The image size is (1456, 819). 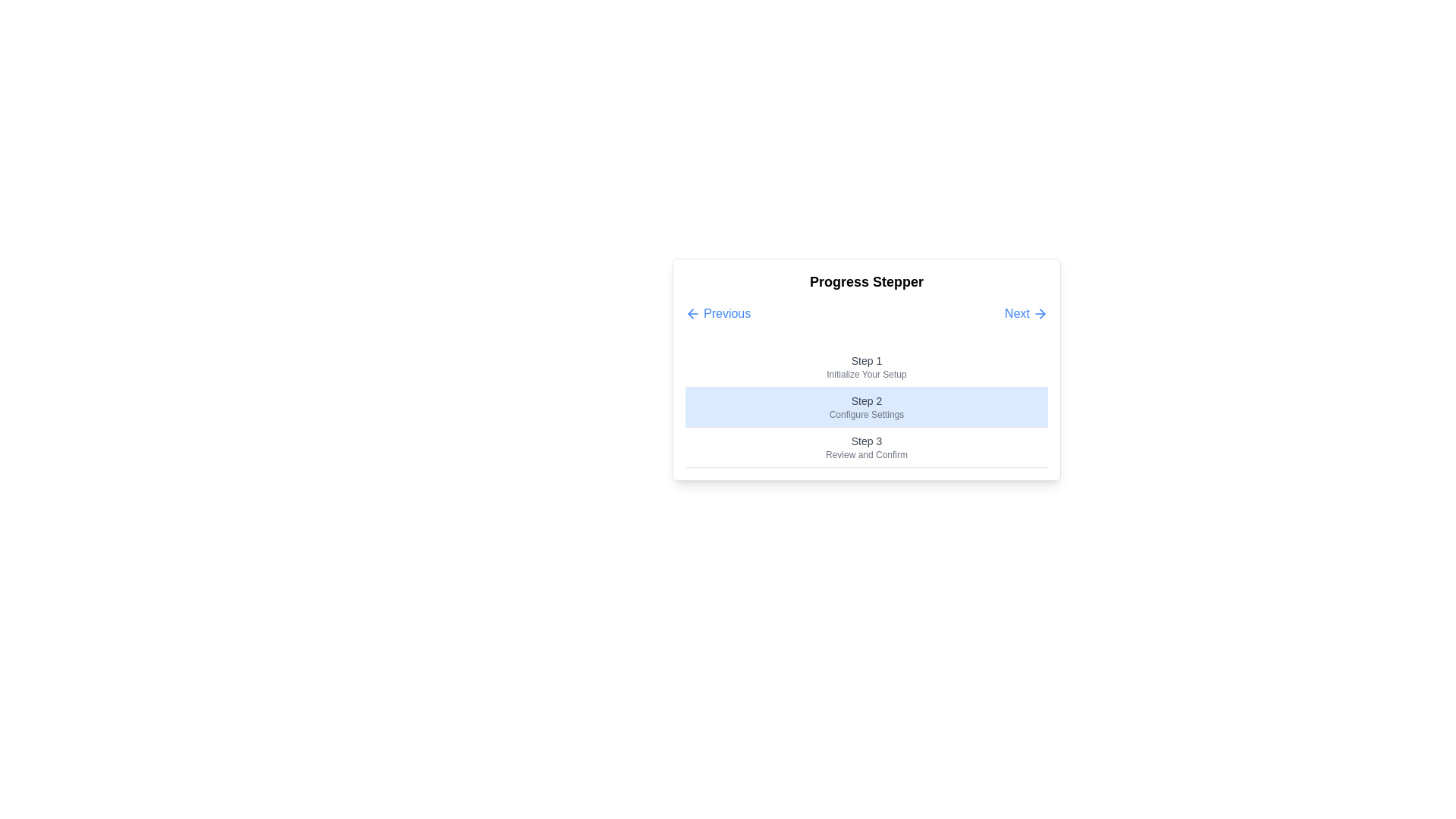 What do you see at coordinates (690, 312) in the screenshot?
I see `the back navigation icon located to the left of the 'Previous' text link in the progress stepper interface` at bounding box center [690, 312].